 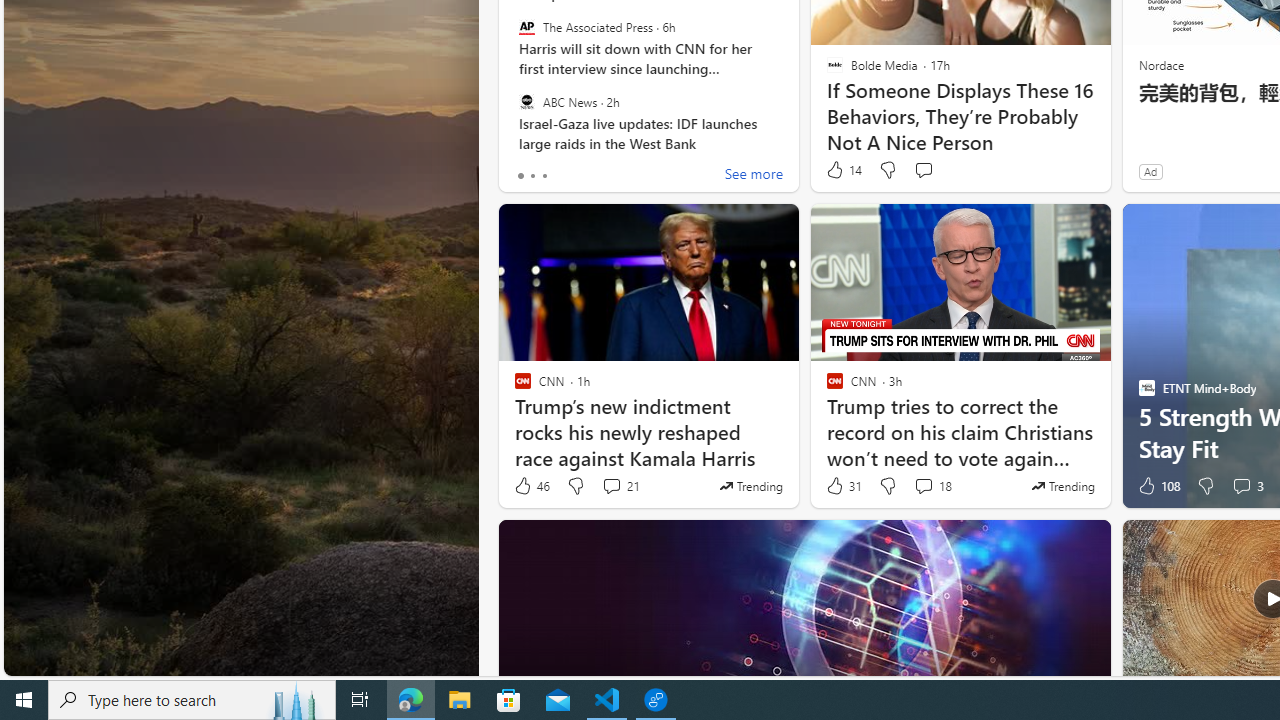 What do you see at coordinates (544, 175) in the screenshot?
I see `'tab-2'` at bounding box center [544, 175].